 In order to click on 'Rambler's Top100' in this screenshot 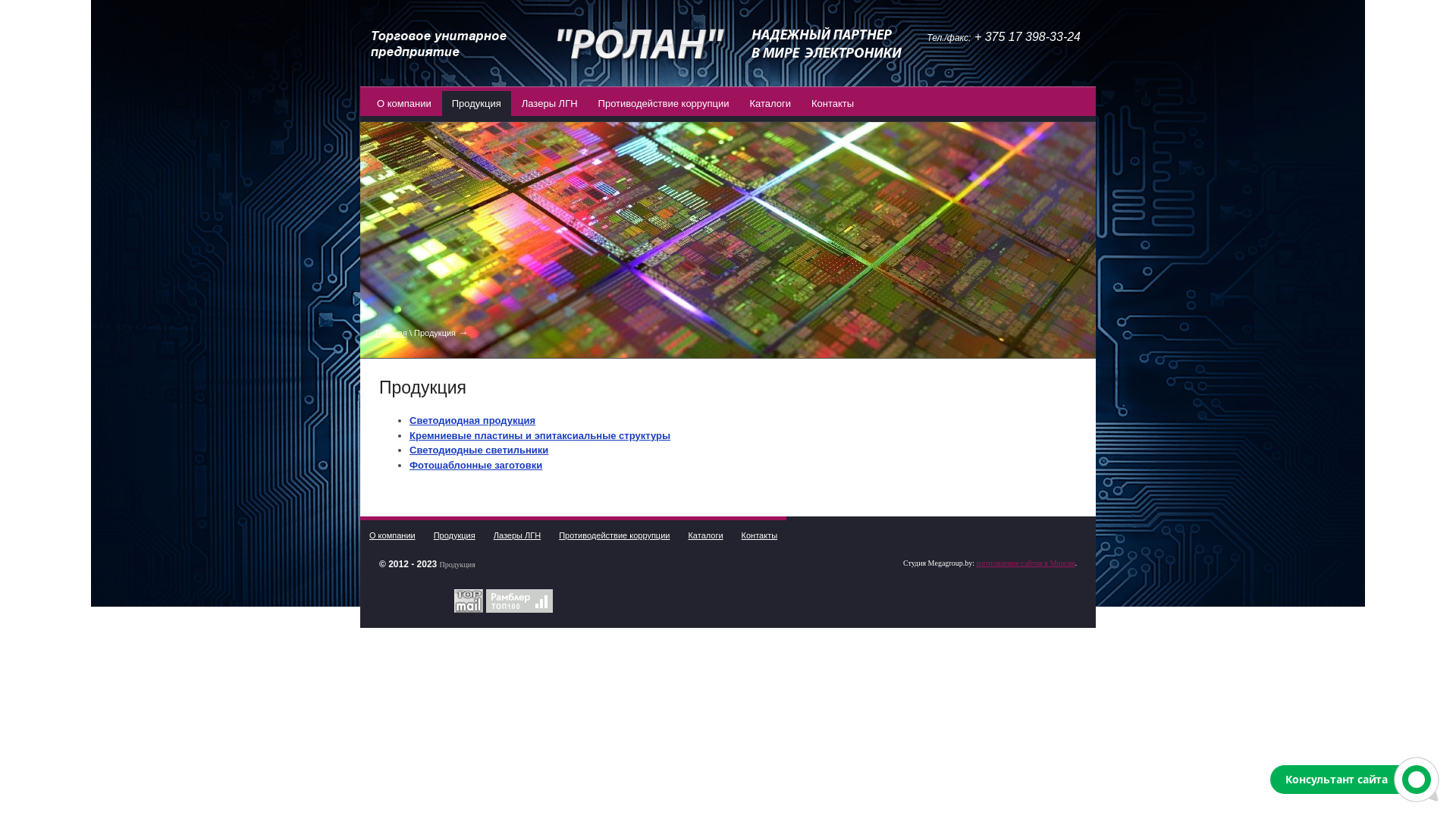, I will do `click(519, 600)`.